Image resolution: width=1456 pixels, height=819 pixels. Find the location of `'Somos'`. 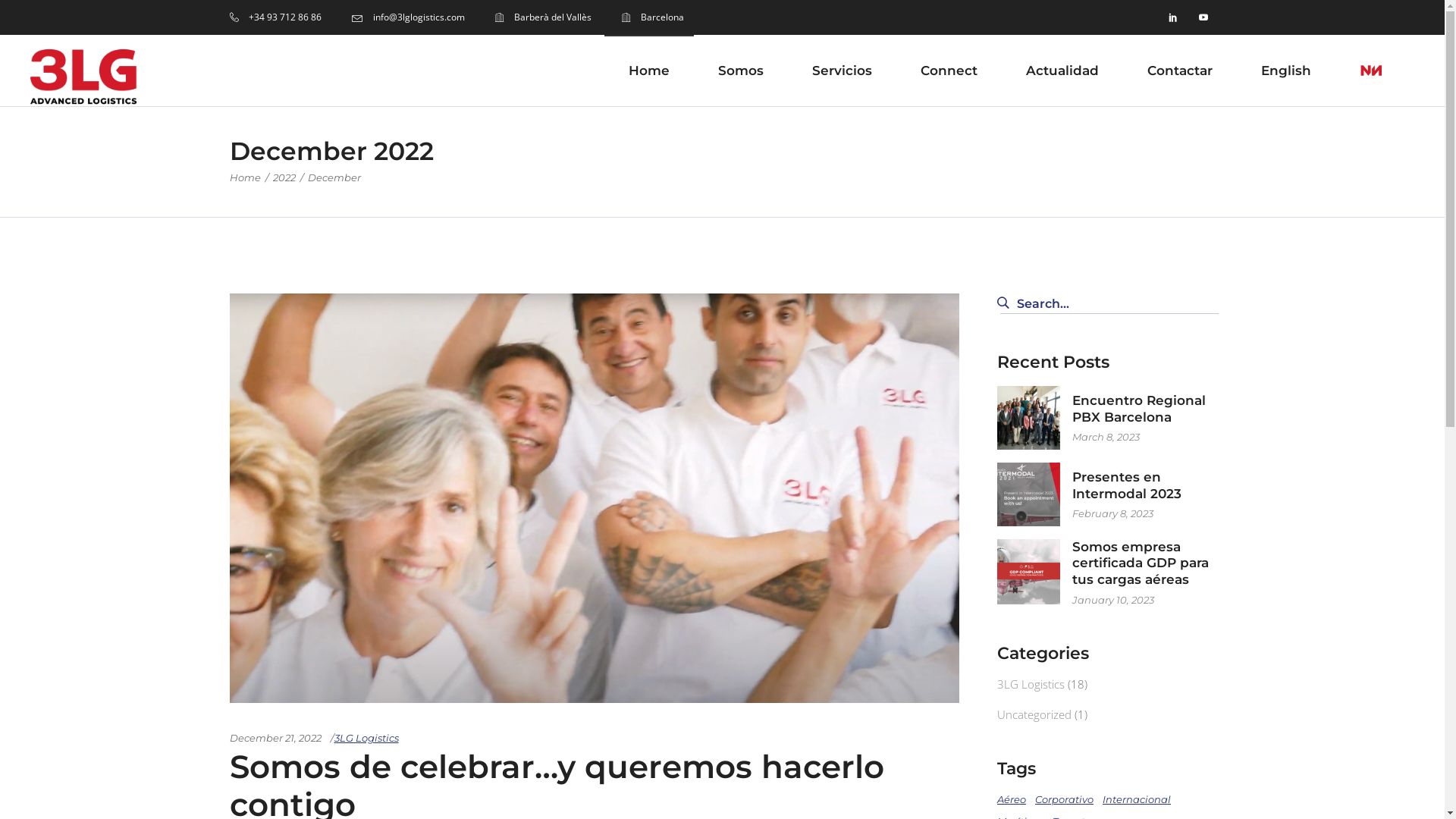

'Somos' is located at coordinates (741, 71).